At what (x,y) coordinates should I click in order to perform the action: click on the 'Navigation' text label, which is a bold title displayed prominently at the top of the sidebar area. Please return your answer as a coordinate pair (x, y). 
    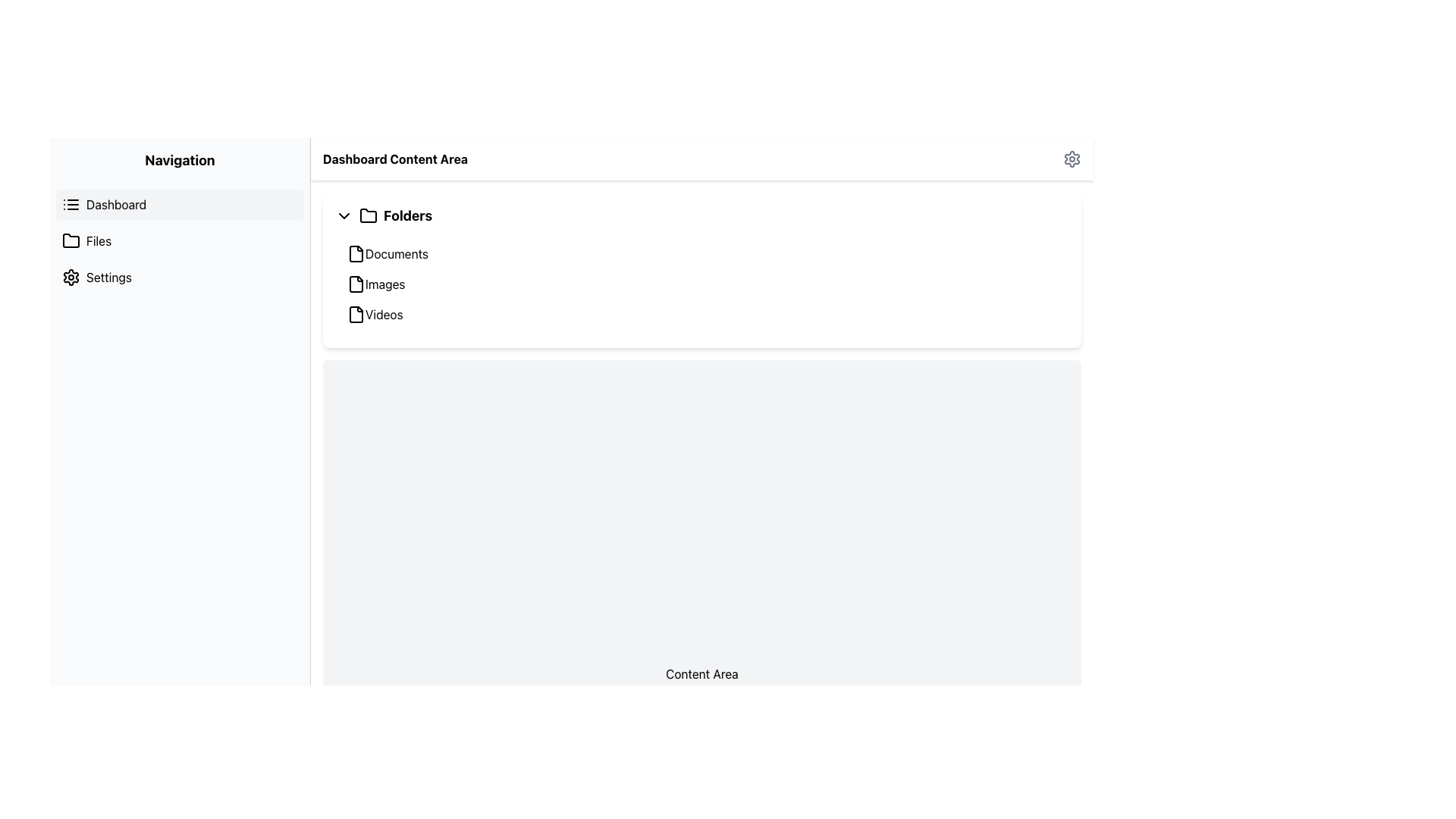
    Looking at the image, I should click on (180, 161).